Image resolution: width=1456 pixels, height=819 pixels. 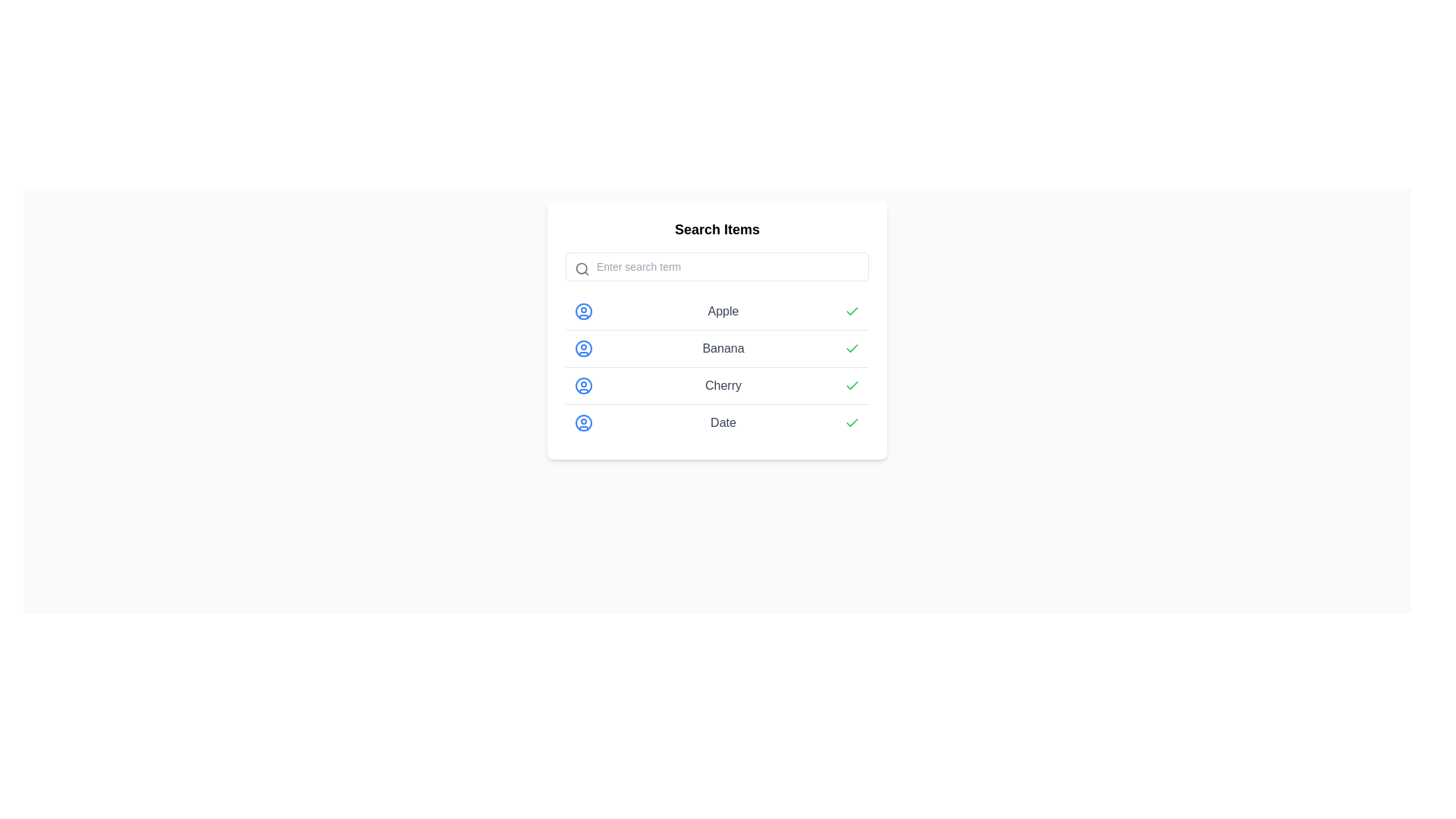 What do you see at coordinates (716, 329) in the screenshot?
I see `the list item labeled 'Banana'` at bounding box center [716, 329].